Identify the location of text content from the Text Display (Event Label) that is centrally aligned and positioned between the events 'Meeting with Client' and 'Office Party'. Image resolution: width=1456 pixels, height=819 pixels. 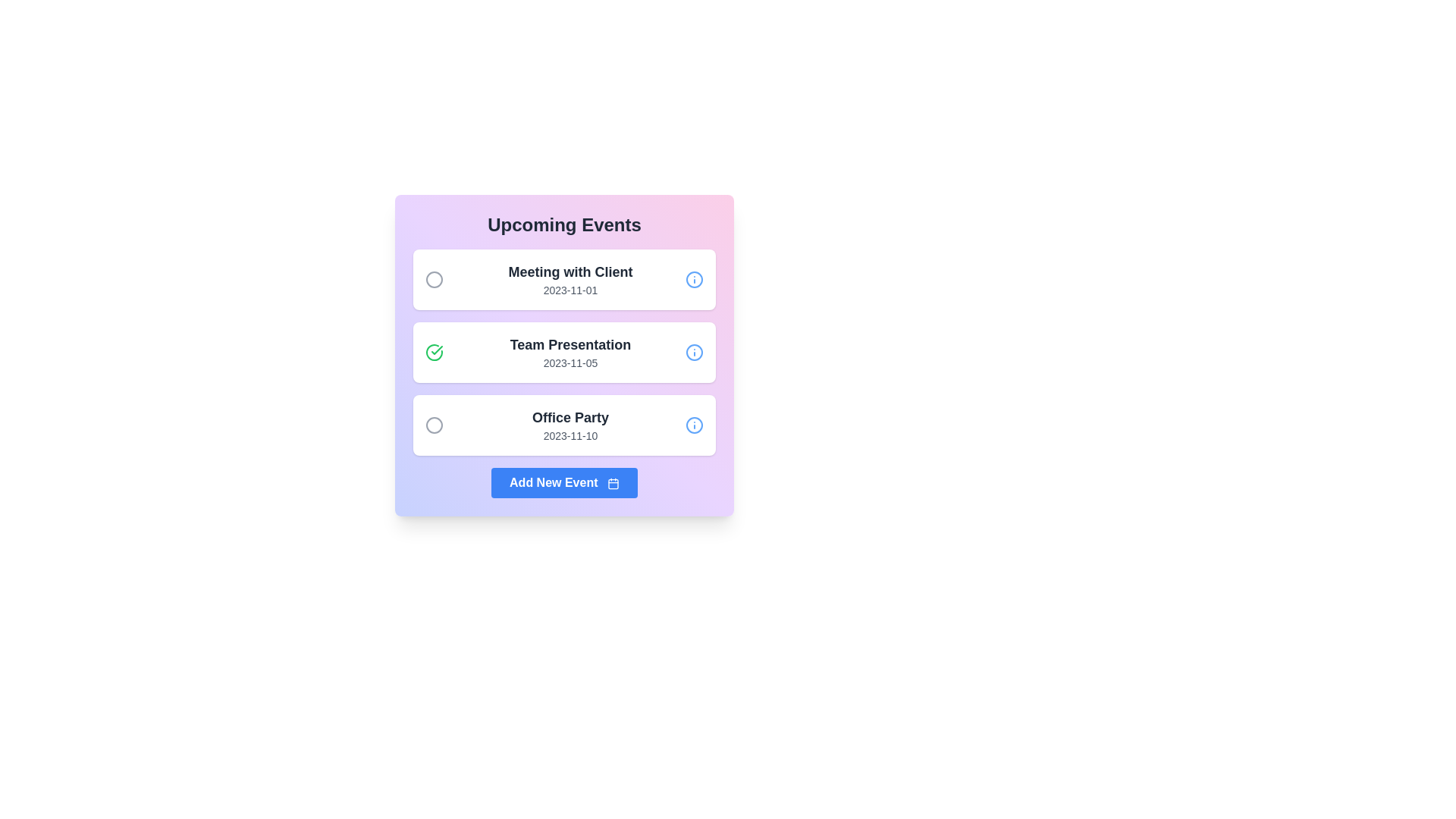
(570, 353).